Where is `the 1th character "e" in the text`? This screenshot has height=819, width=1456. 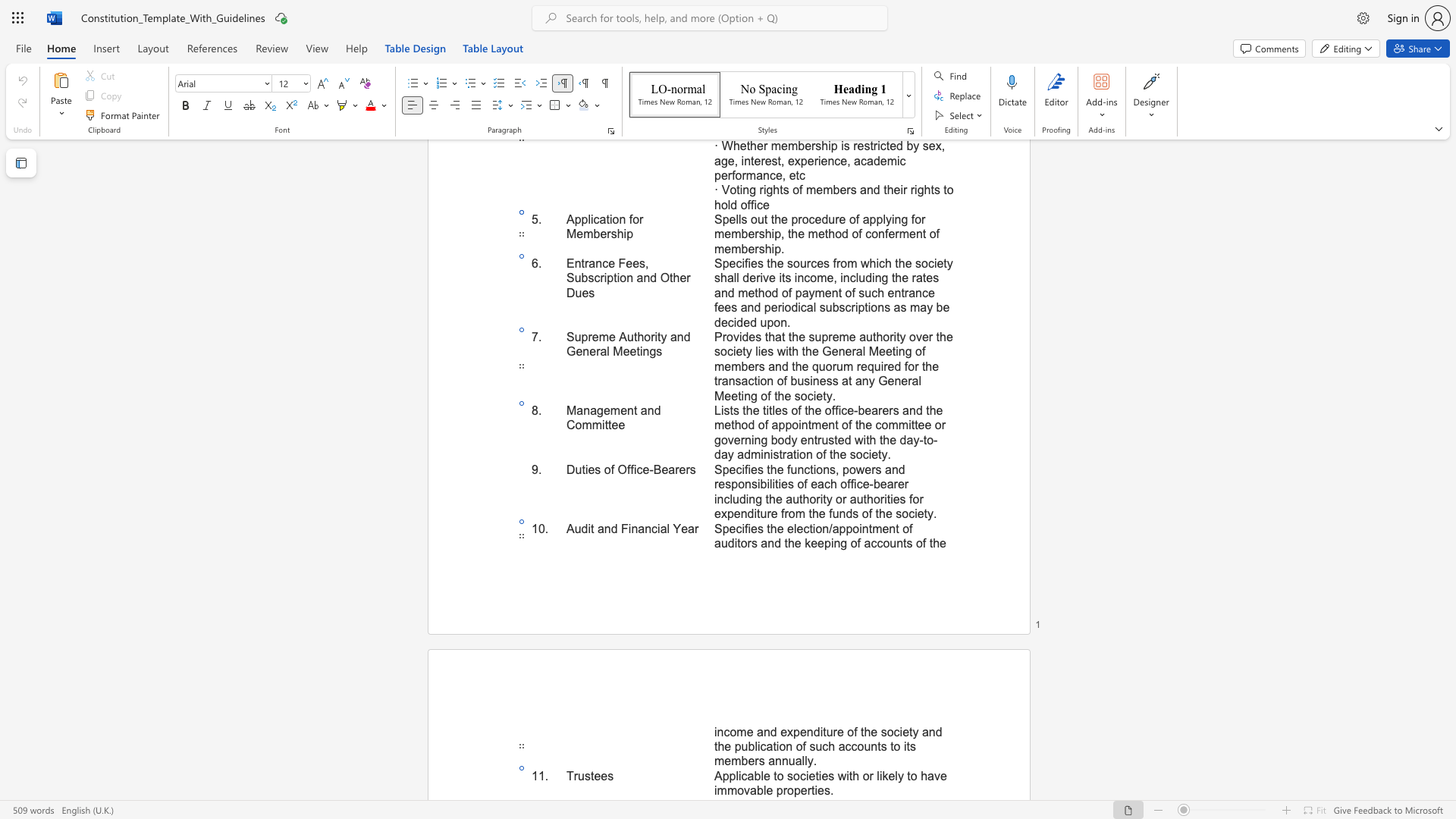
the 1th character "e" in the text is located at coordinates (767, 776).